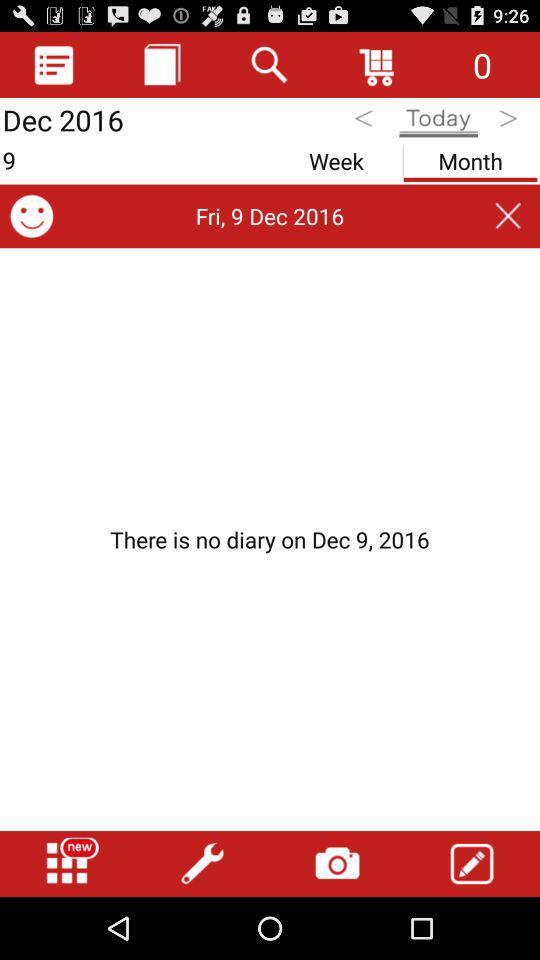 The image size is (540, 960). Describe the element at coordinates (202, 863) in the screenshot. I see `tools/ settings tab` at that location.